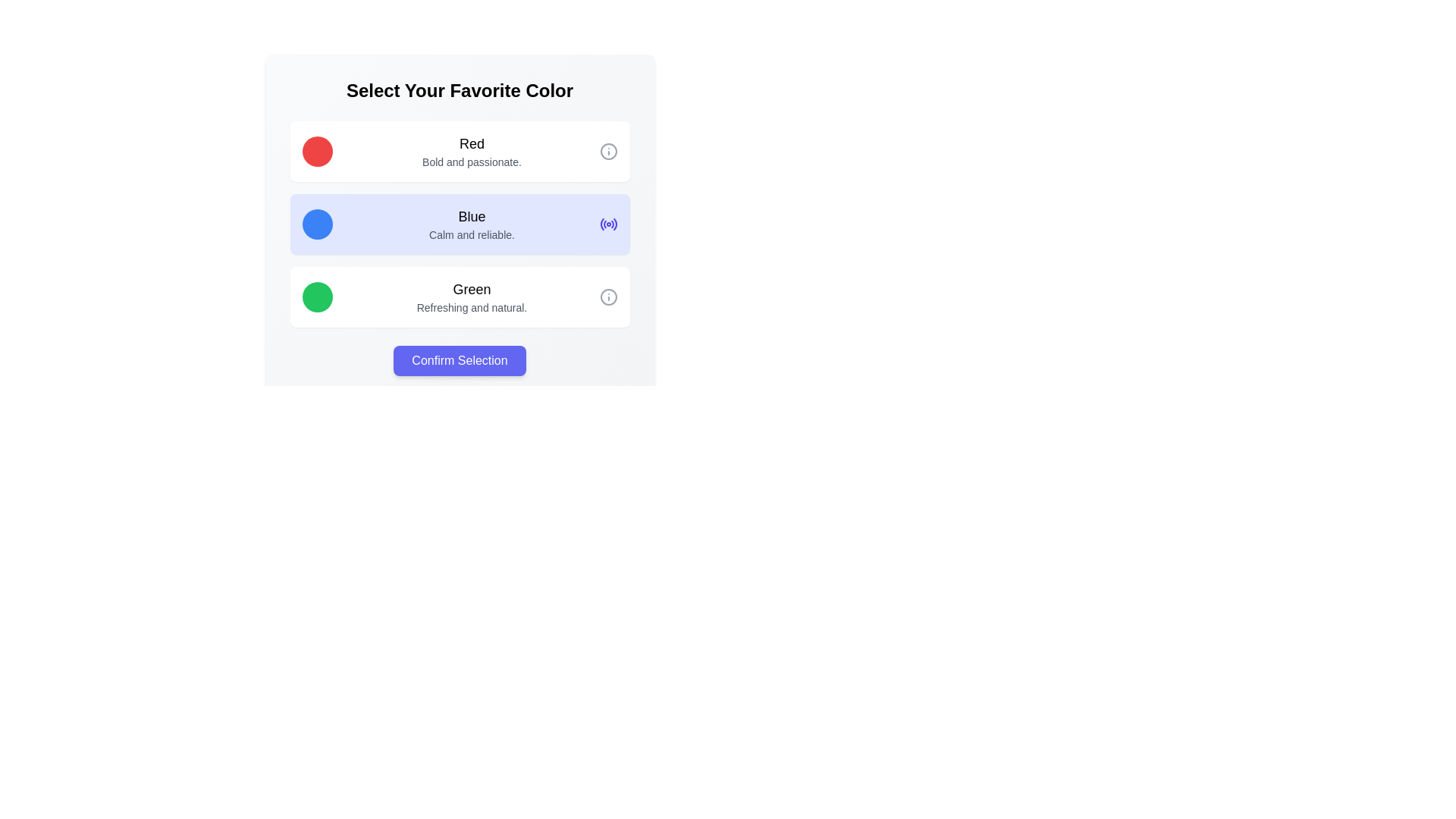 This screenshot has height=819, width=1456. What do you see at coordinates (471, 162) in the screenshot?
I see `text element that reads 'Bold and passionate.' which is styled in a smaller font size with gray color, located below the heading 'Red'` at bounding box center [471, 162].